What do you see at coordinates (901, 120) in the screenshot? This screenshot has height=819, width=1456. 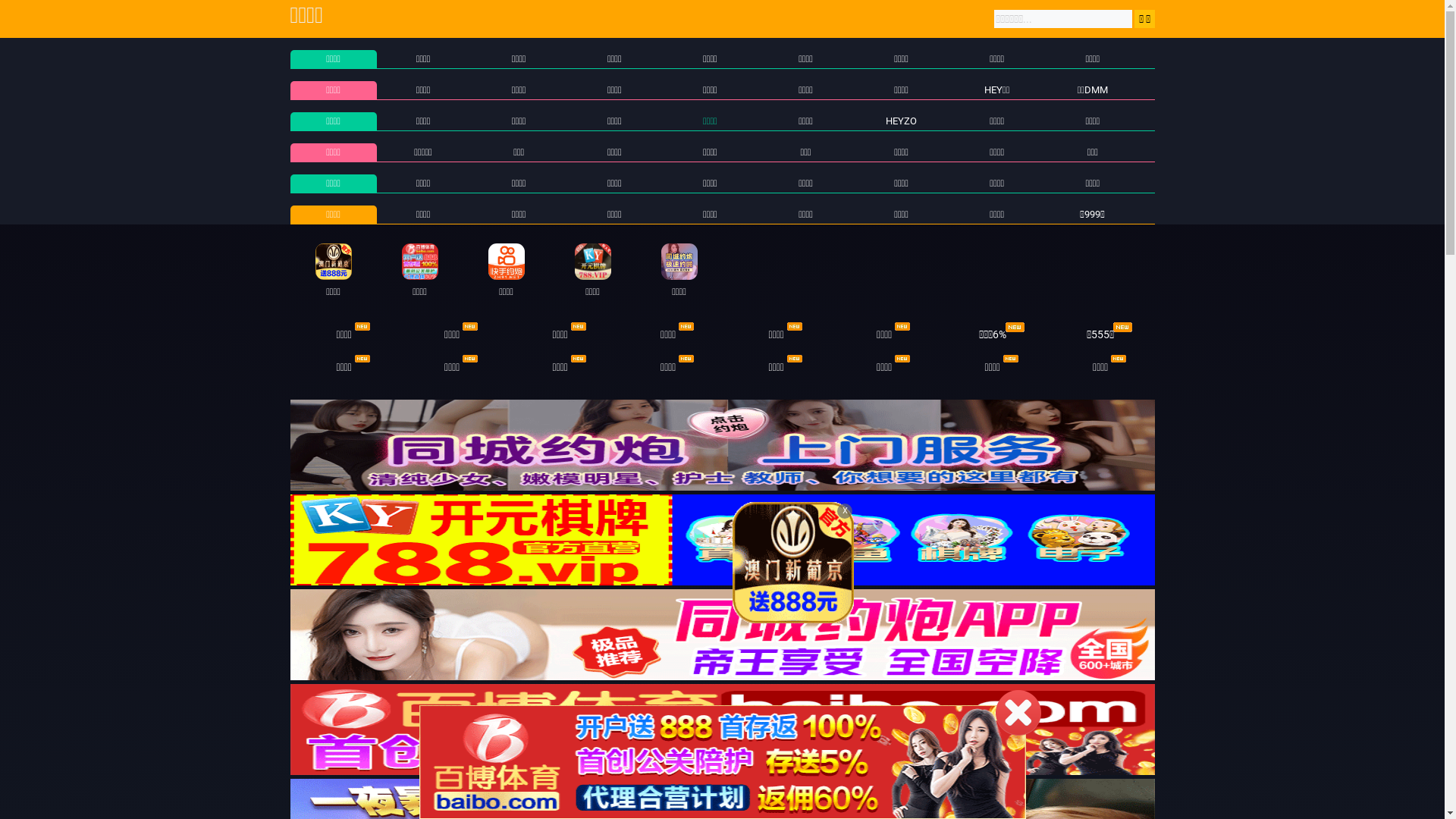 I see `'HEYZO'` at bounding box center [901, 120].